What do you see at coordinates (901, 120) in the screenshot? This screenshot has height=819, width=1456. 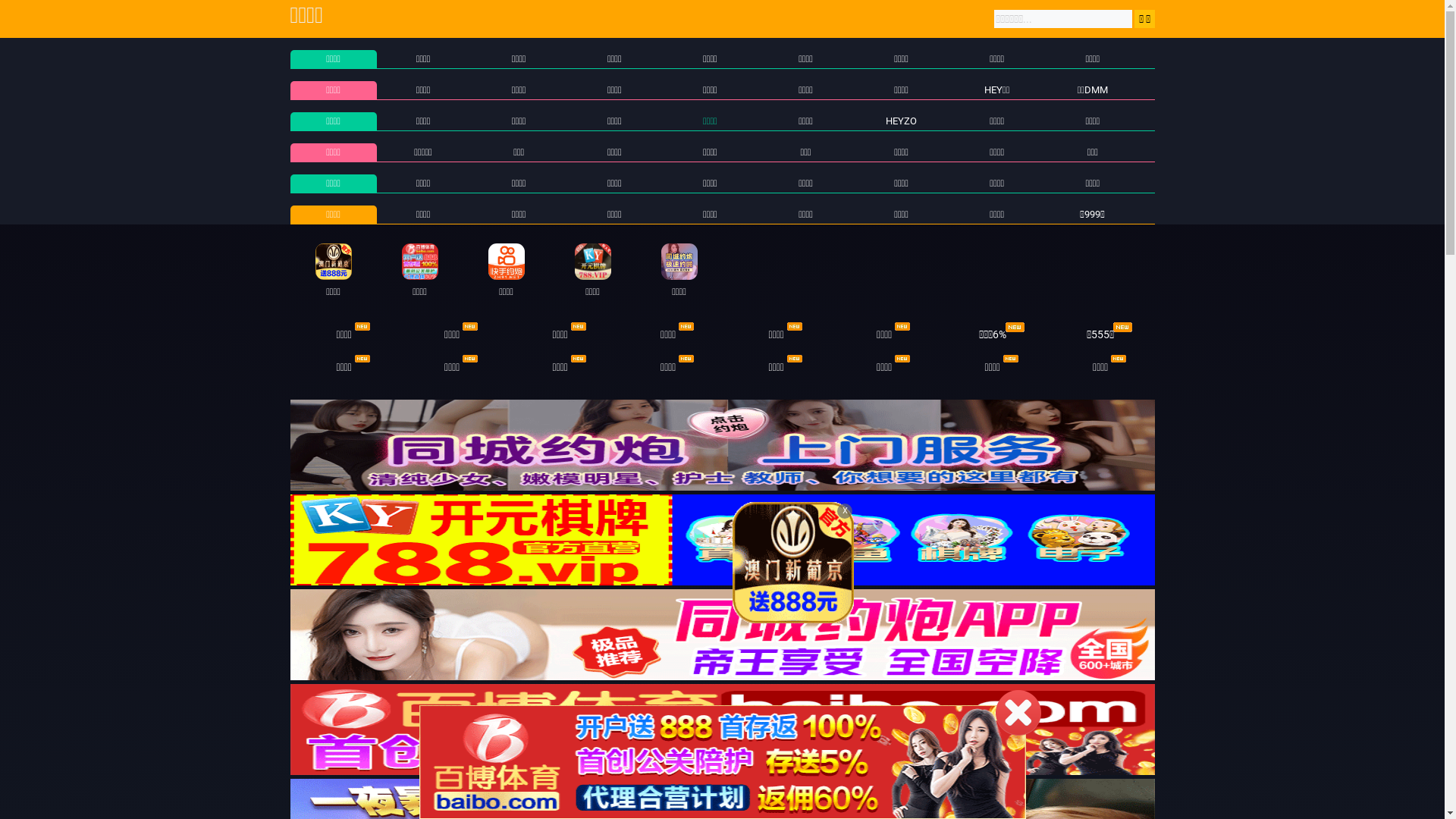 I see `'HEYZO'` at bounding box center [901, 120].